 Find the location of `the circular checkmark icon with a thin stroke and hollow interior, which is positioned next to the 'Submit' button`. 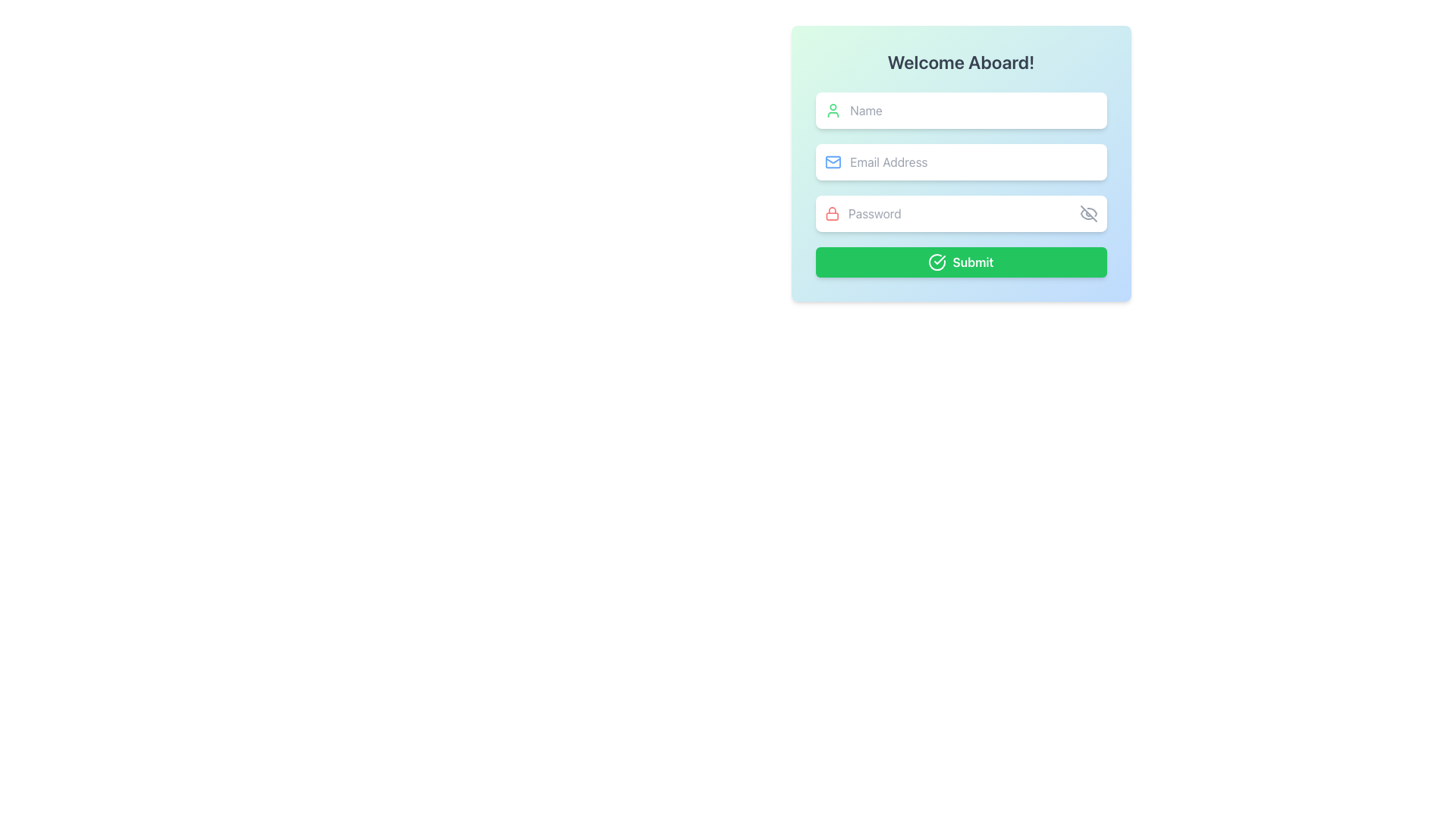

the circular checkmark icon with a thin stroke and hollow interior, which is positioned next to the 'Submit' button is located at coordinates (937, 262).